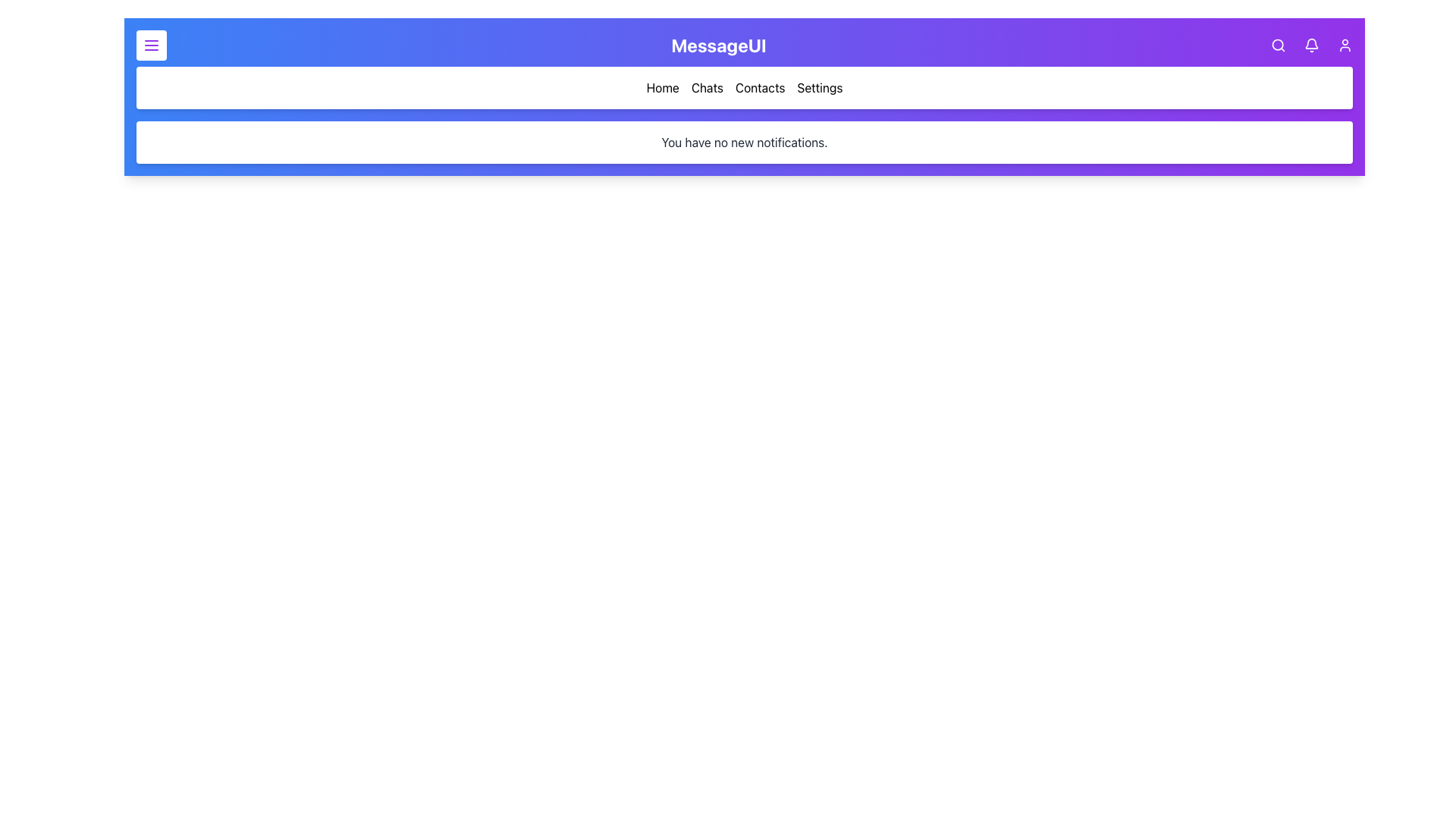 The image size is (1456, 819). I want to click on the hamburger menu button located at the top-left corner of the application interface, so click(152, 45).